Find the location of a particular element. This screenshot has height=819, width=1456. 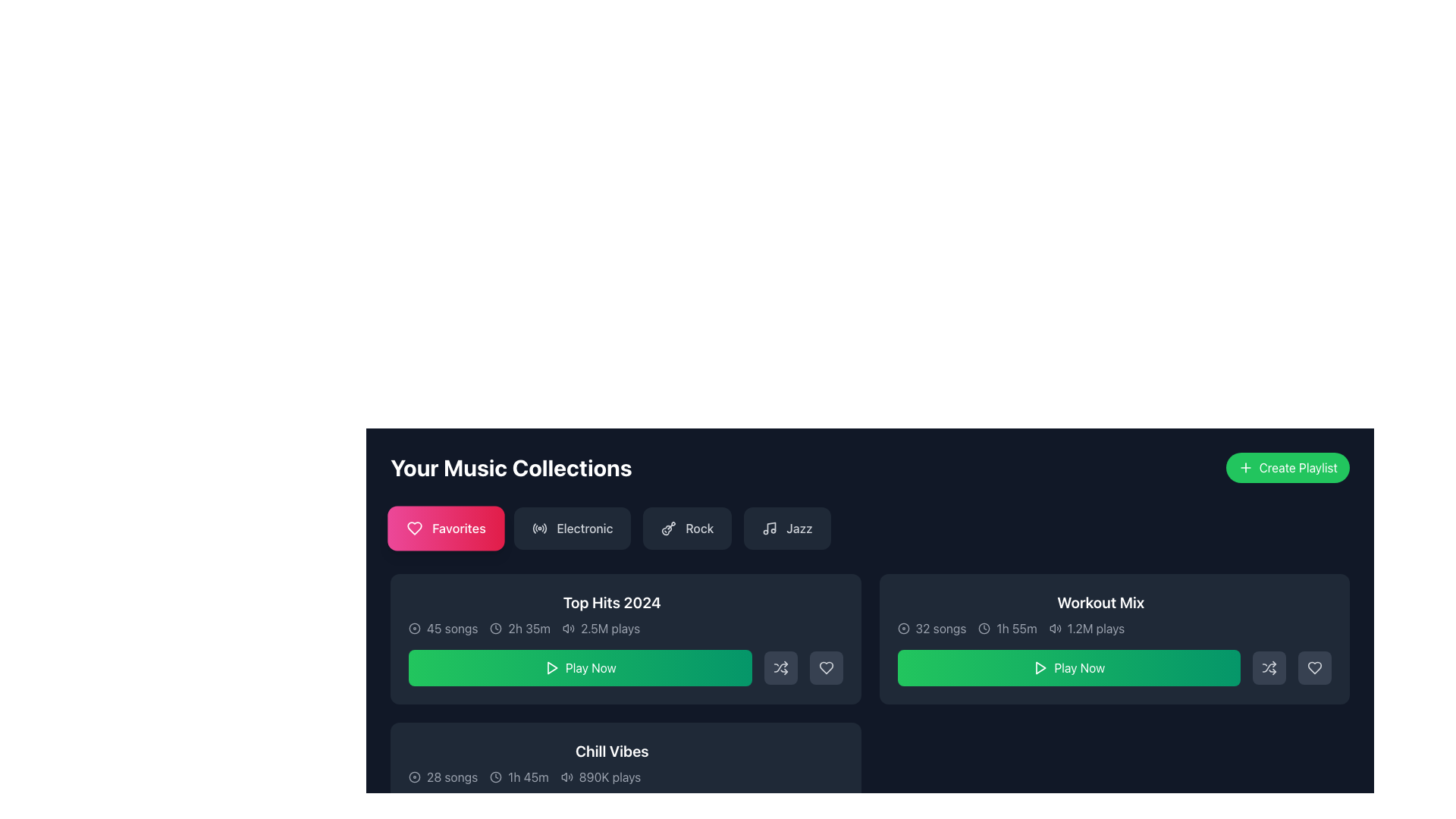

heading indicating the context of the user's music collections, positioned above the category filters and to the left of the 'Create Playlist' button is located at coordinates (511, 467).